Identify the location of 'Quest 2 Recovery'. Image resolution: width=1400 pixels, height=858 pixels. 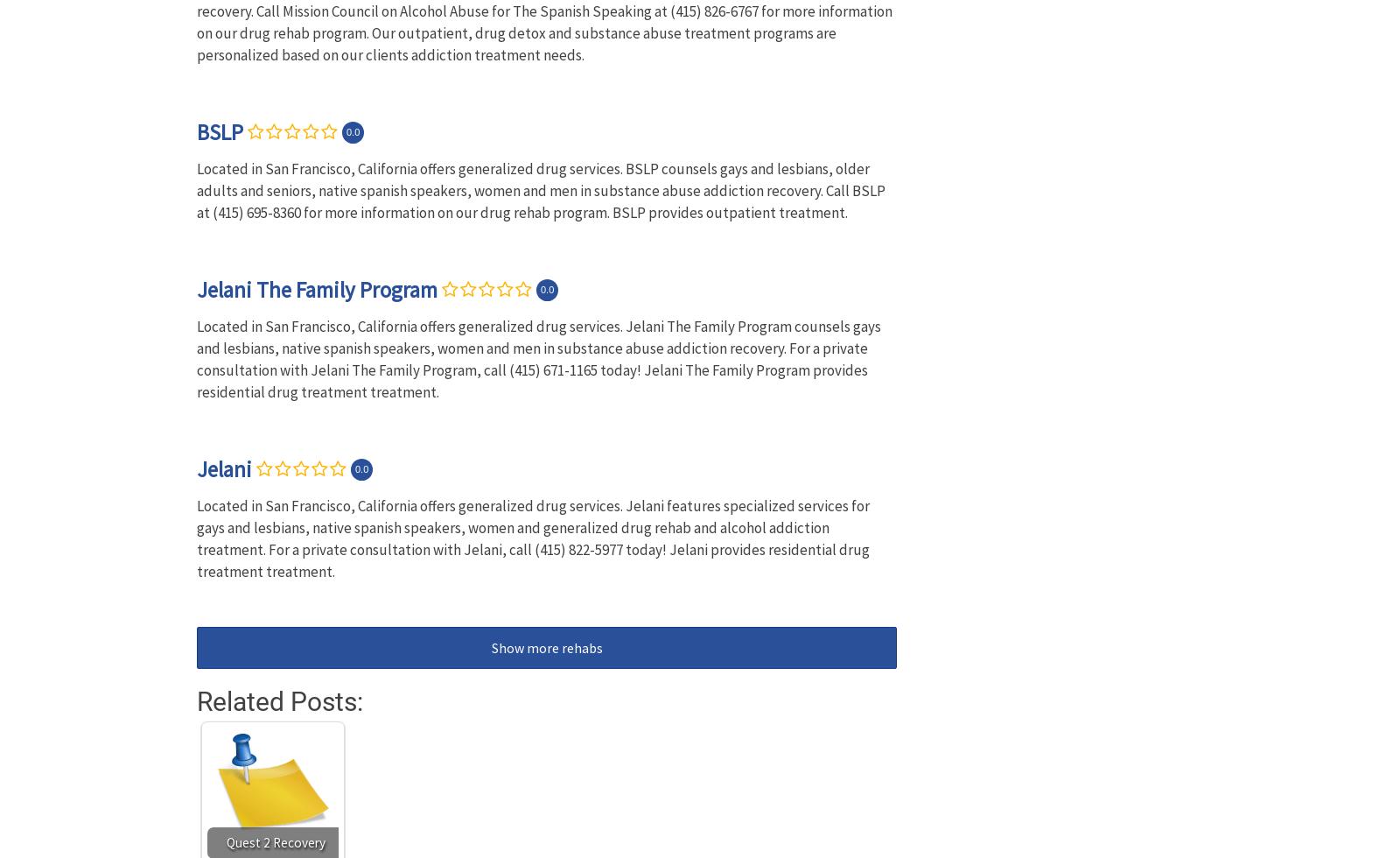
(275, 841).